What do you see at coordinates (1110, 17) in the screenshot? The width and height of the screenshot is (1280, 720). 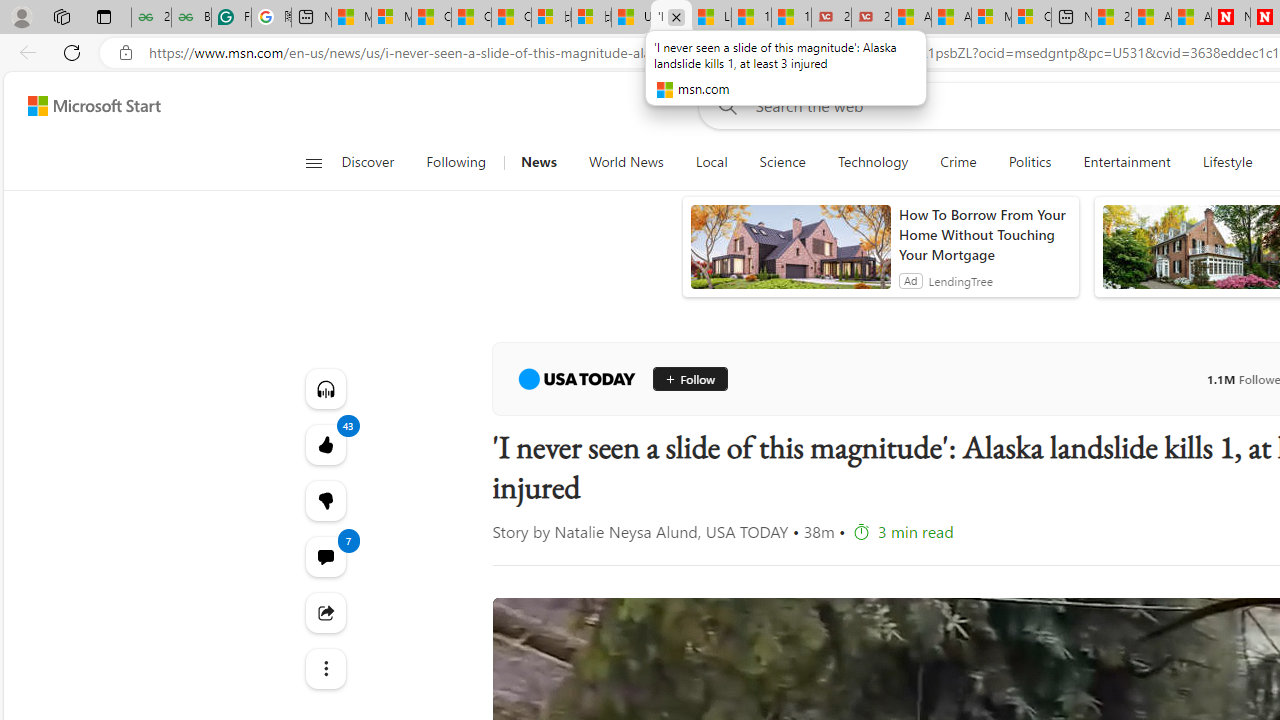 I see `'20 Ways to Boost Your Protein Intake at Every Meal'` at bounding box center [1110, 17].